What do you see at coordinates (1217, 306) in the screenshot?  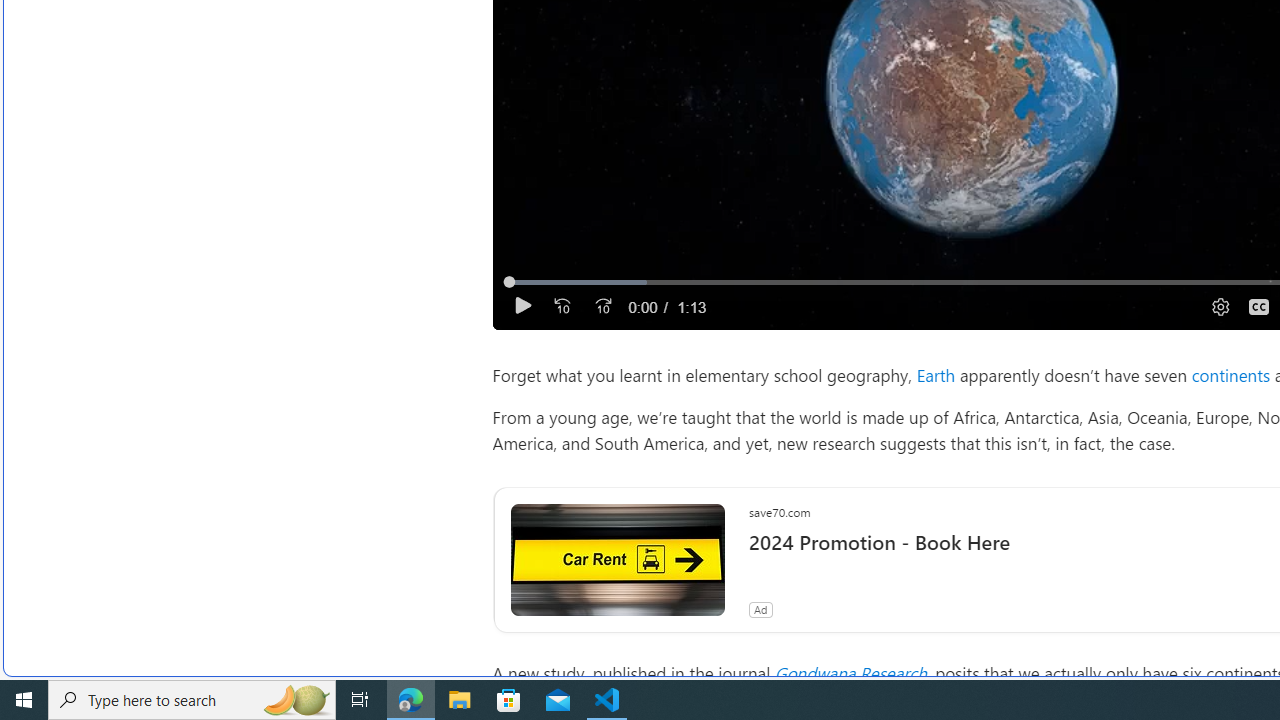 I see `'Quality Settings'` at bounding box center [1217, 306].